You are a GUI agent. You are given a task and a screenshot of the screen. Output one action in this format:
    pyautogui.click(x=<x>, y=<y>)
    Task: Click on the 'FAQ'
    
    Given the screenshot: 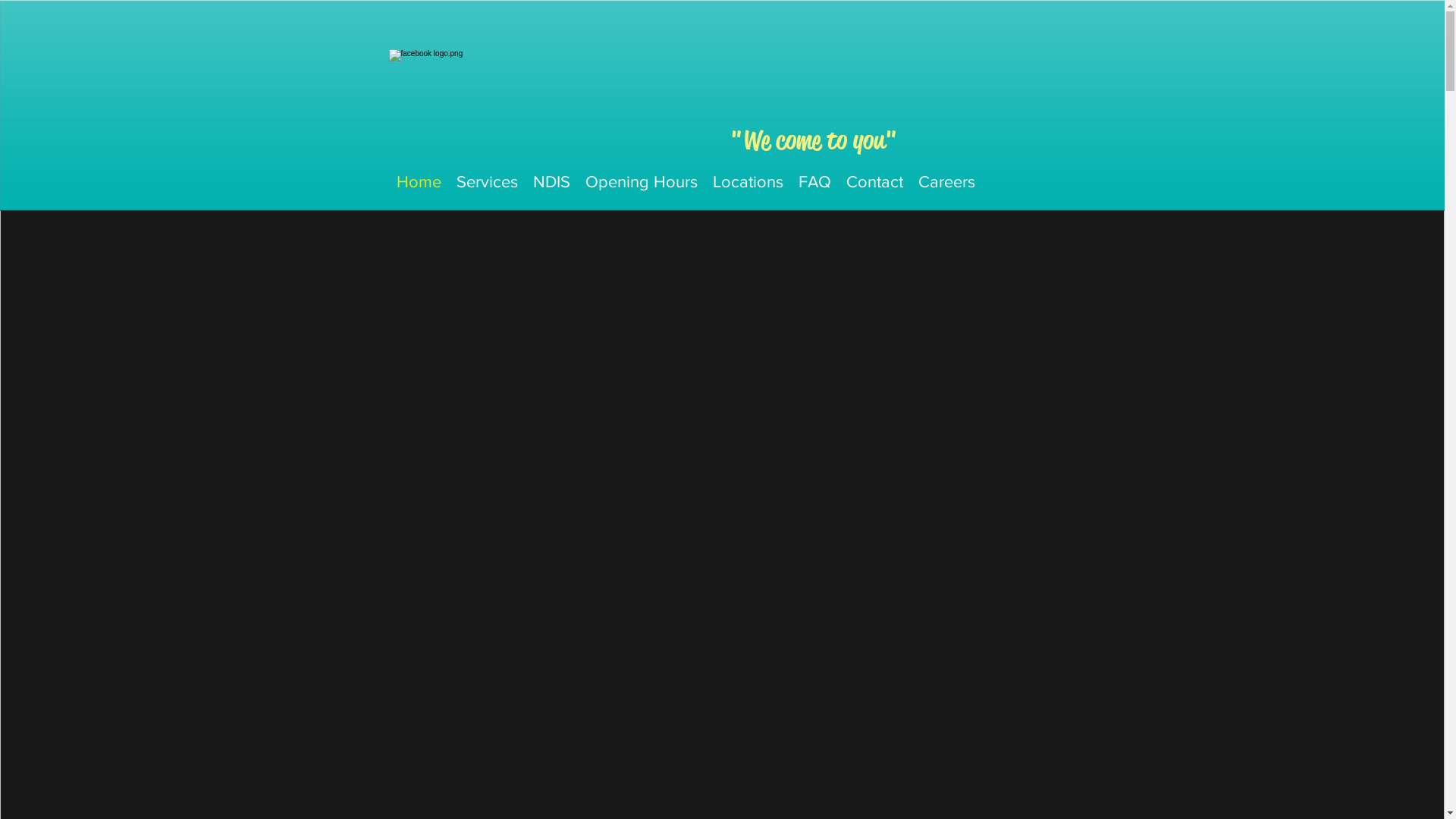 What is the action you would take?
    pyautogui.click(x=813, y=180)
    